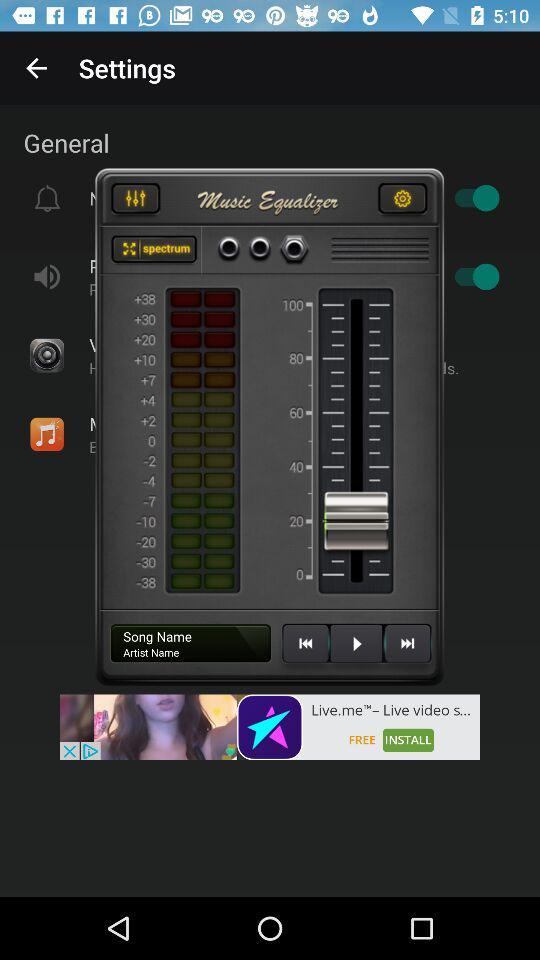 This screenshot has width=540, height=960. I want to click on app option, so click(153, 249).